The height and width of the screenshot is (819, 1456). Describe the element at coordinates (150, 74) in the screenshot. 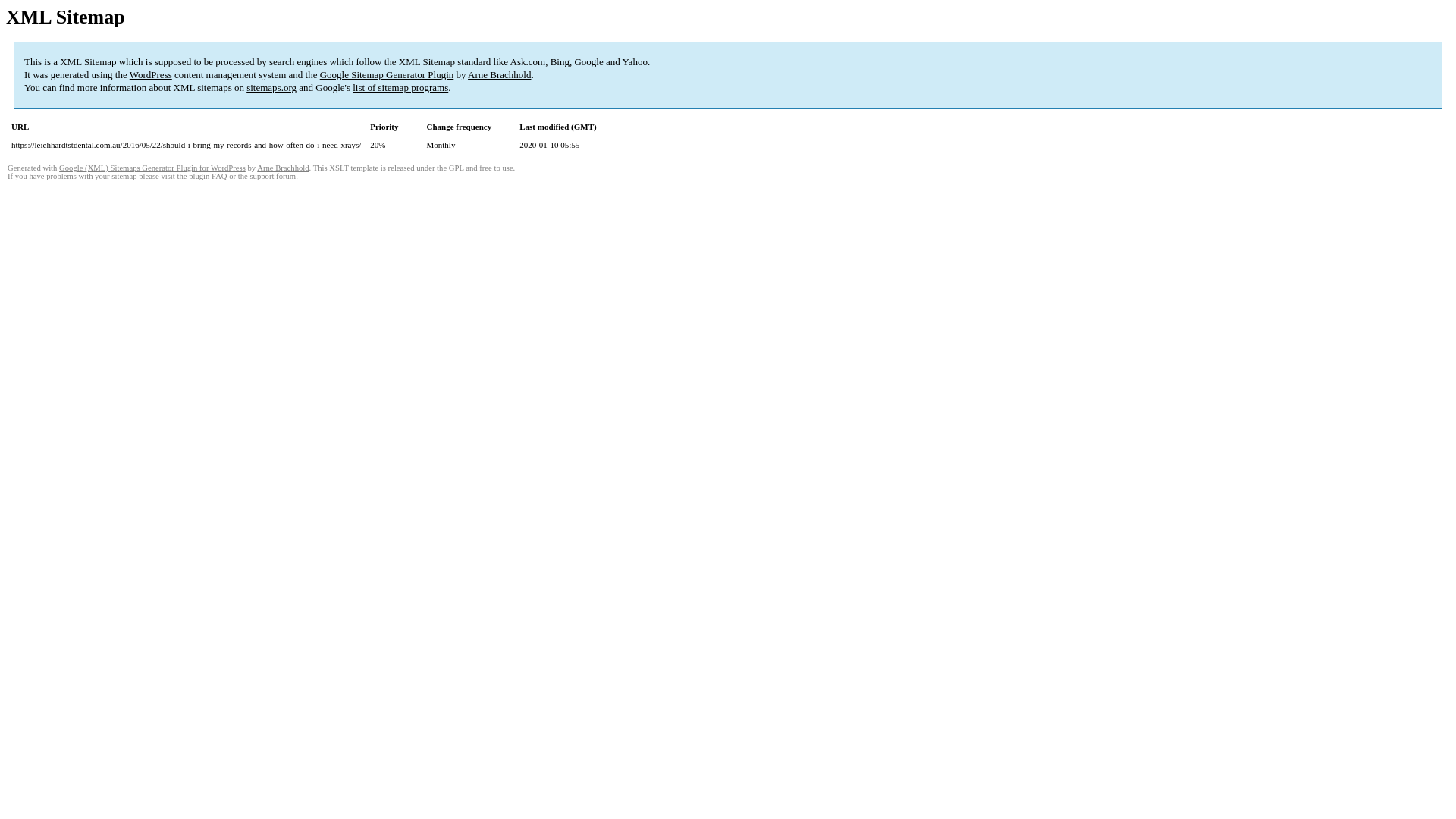

I see `'WordPress'` at that location.